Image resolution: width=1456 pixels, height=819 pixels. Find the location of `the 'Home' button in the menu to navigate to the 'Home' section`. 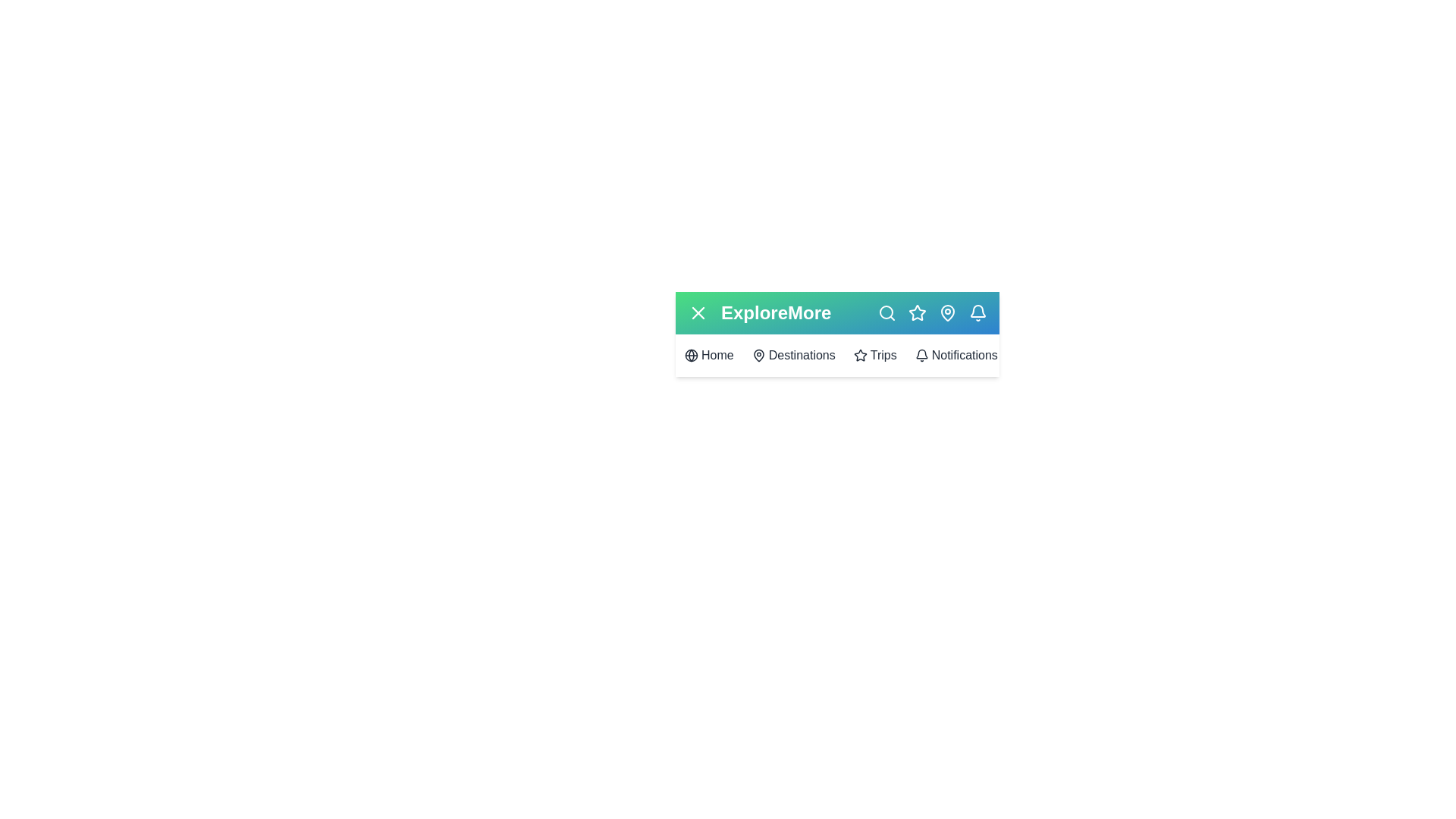

the 'Home' button in the menu to navigate to the 'Home' section is located at coordinates (708, 356).